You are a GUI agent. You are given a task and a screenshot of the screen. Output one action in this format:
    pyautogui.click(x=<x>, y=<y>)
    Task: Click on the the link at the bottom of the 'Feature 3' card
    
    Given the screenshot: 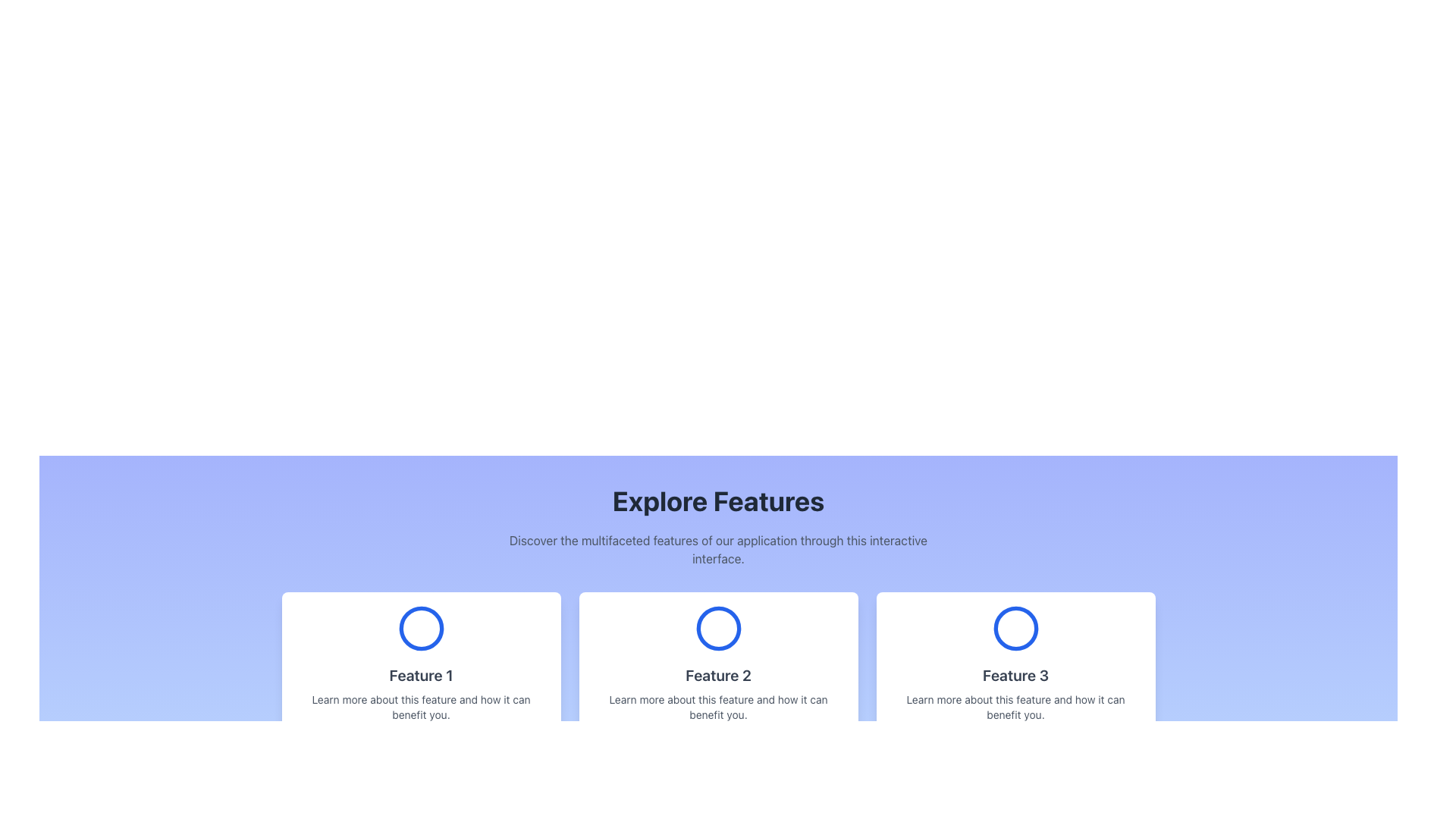 What is the action you would take?
    pyautogui.click(x=1015, y=742)
    